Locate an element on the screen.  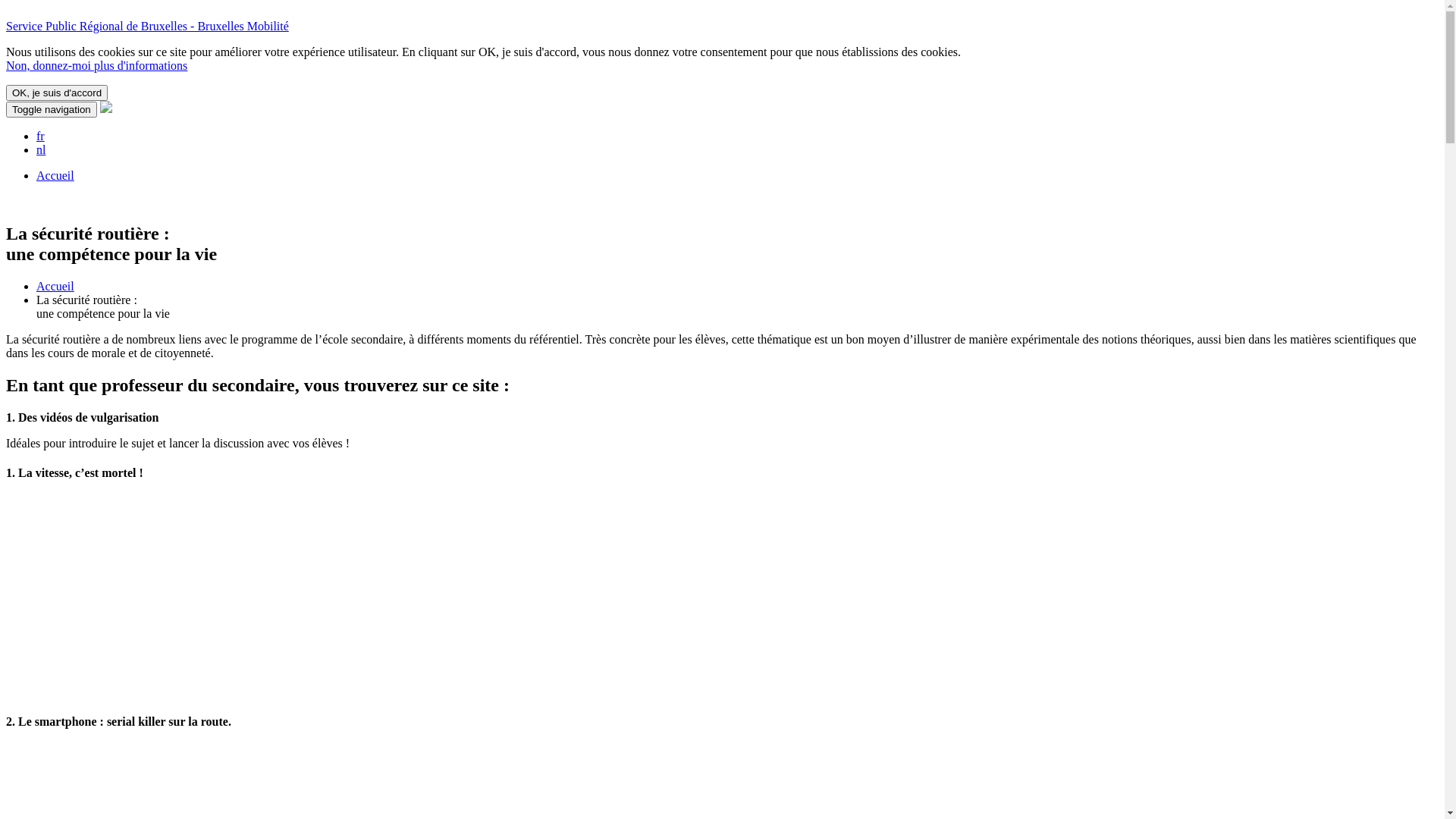
'OK, je suis d'accord' is located at coordinates (57, 93).